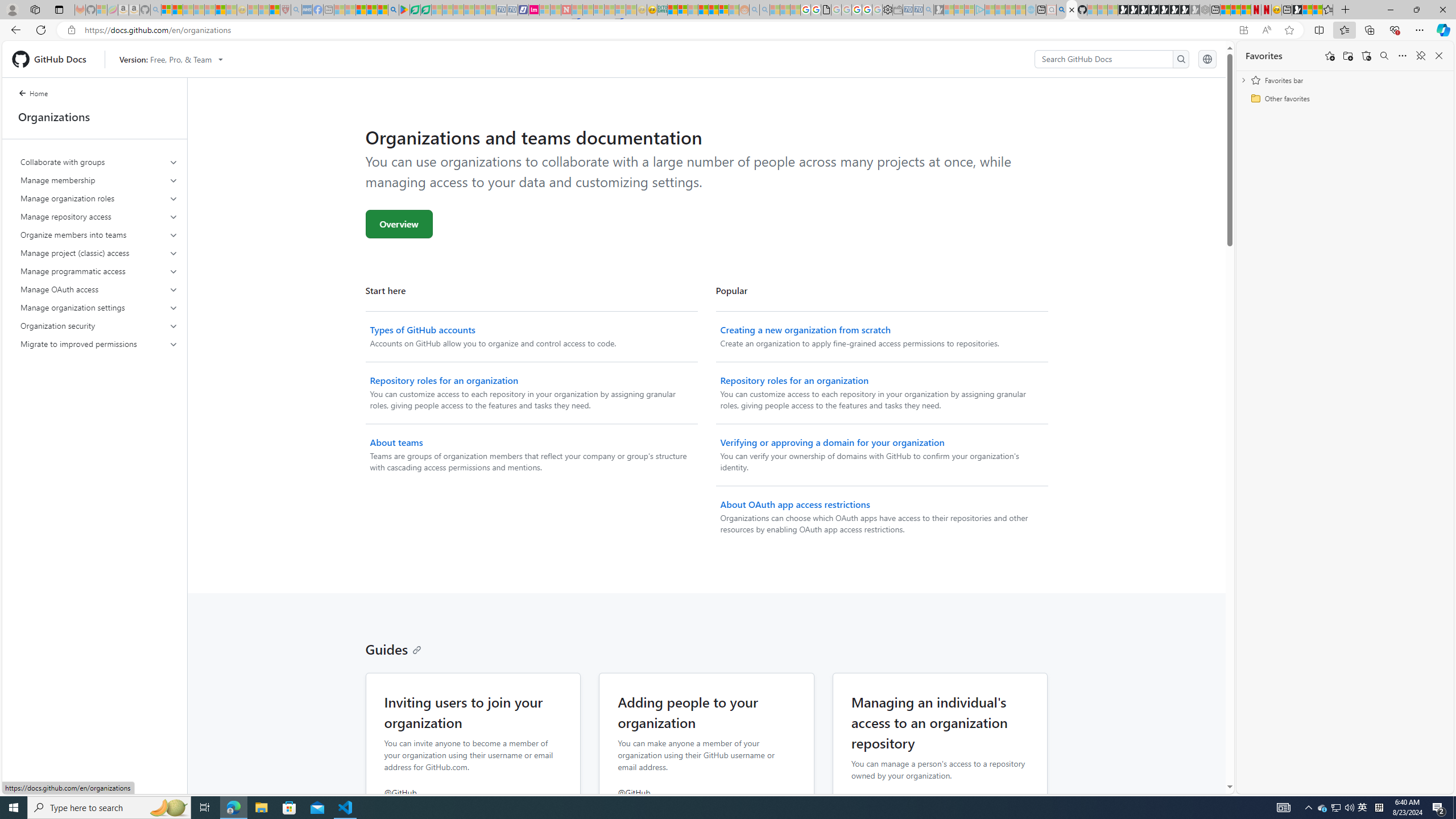  What do you see at coordinates (100, 216) in the screenshot?
I see `'Manage repository access'` at bounding box center [100, 216].